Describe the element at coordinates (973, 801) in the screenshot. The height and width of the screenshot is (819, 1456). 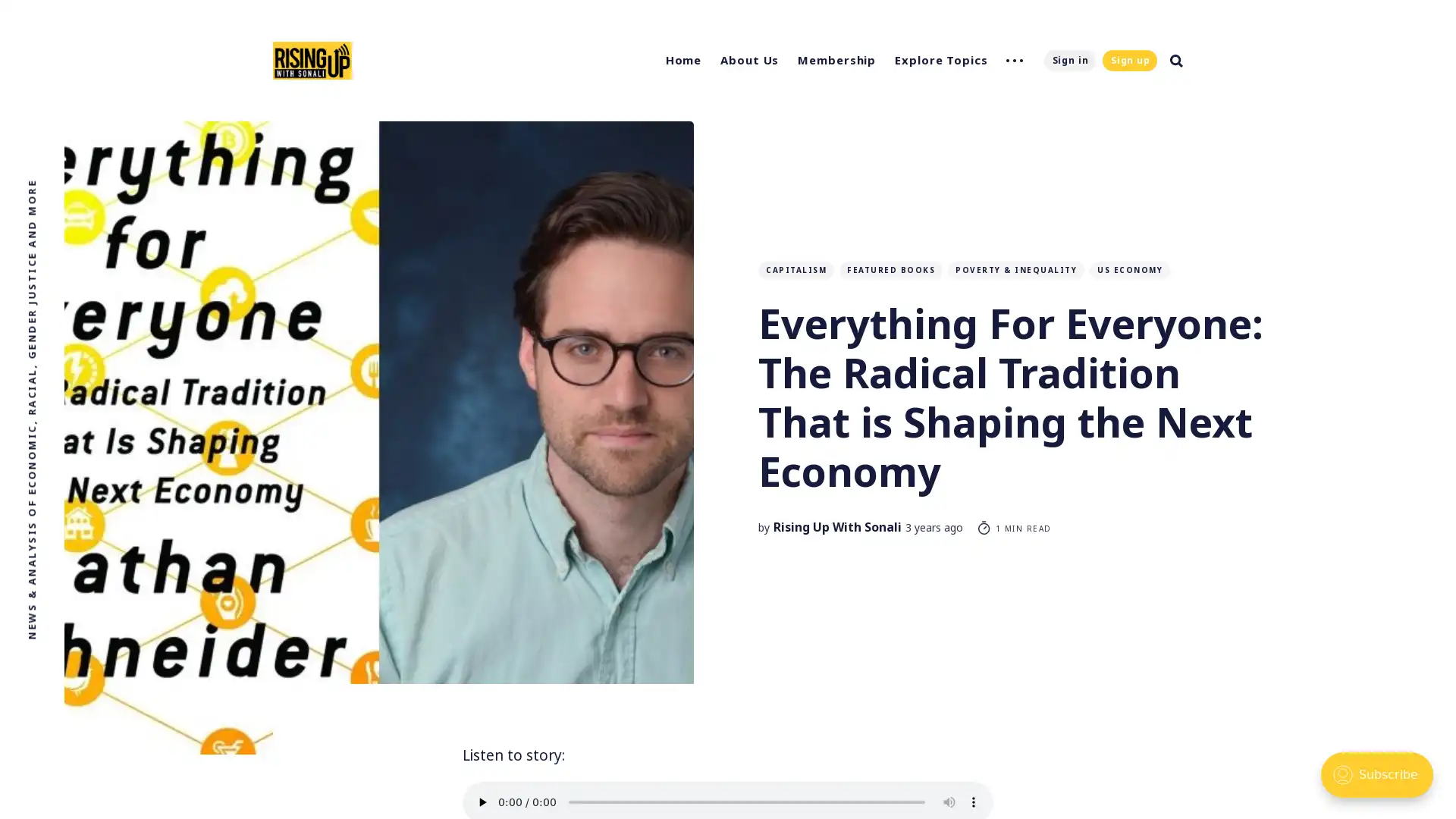
I see `show more media controls` at that location.